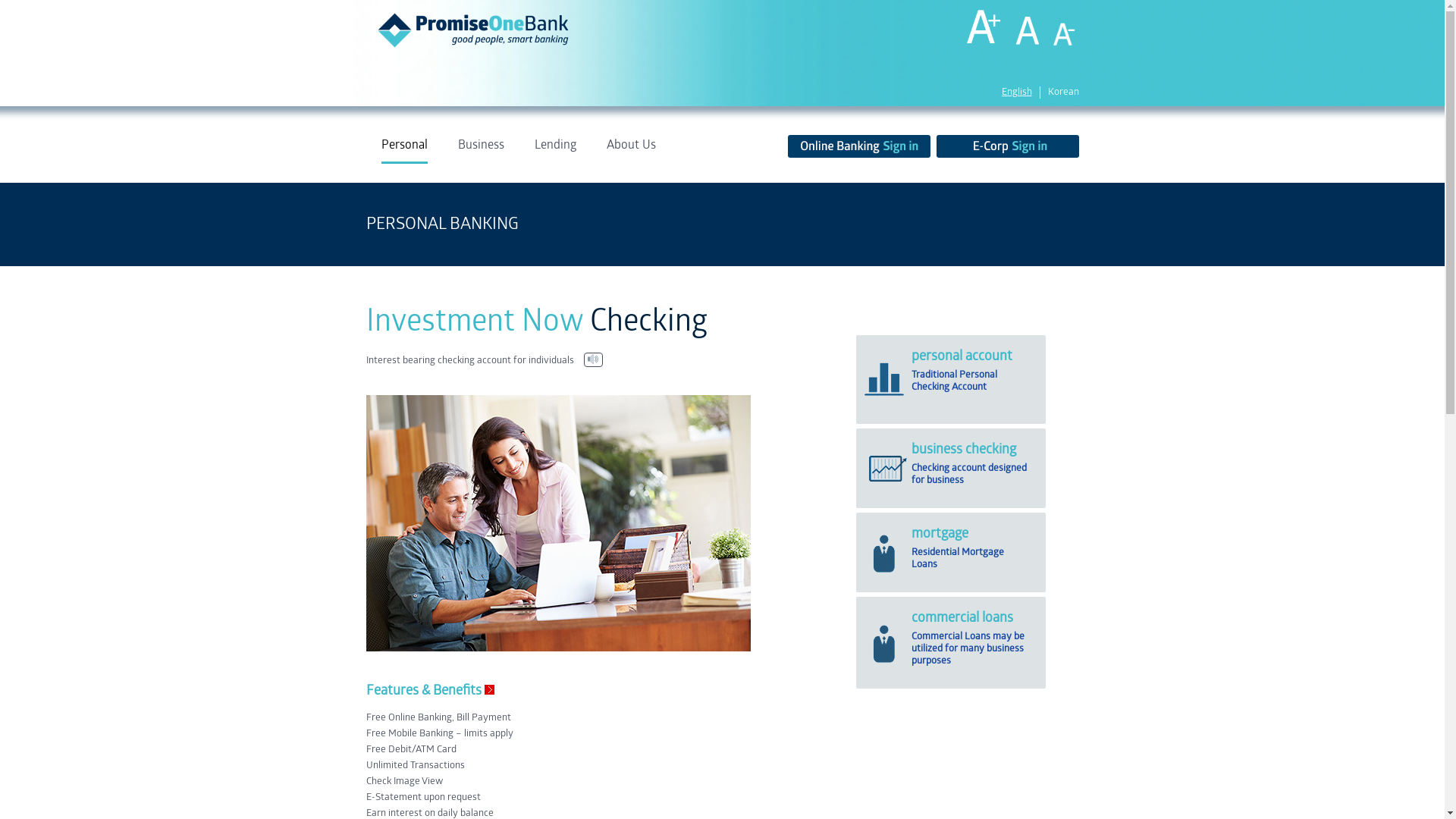  Describe the element at coordinates (910, 380) in the screenshot. I see `'Traditional Personal Checking Account'` at that location.